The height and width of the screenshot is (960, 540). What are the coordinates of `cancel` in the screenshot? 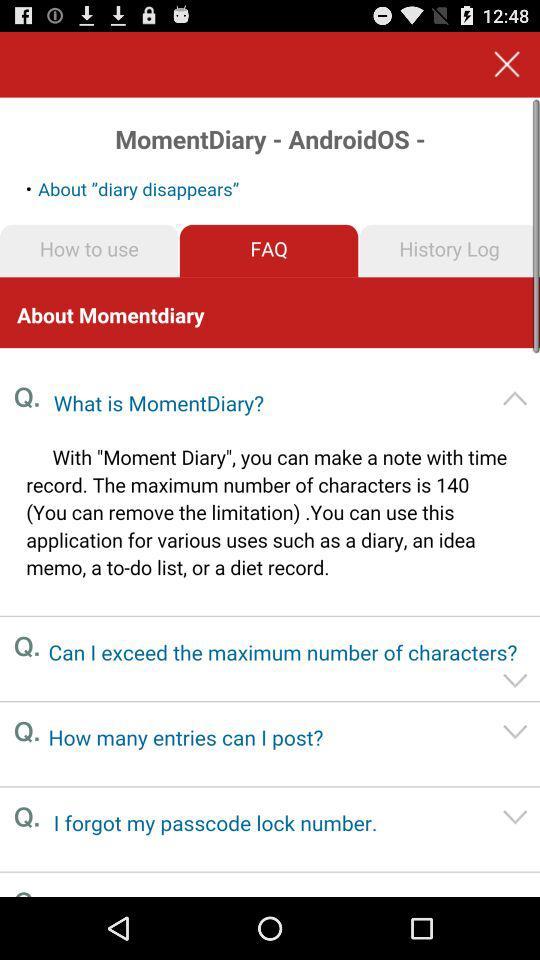 It's located at (507, 64).